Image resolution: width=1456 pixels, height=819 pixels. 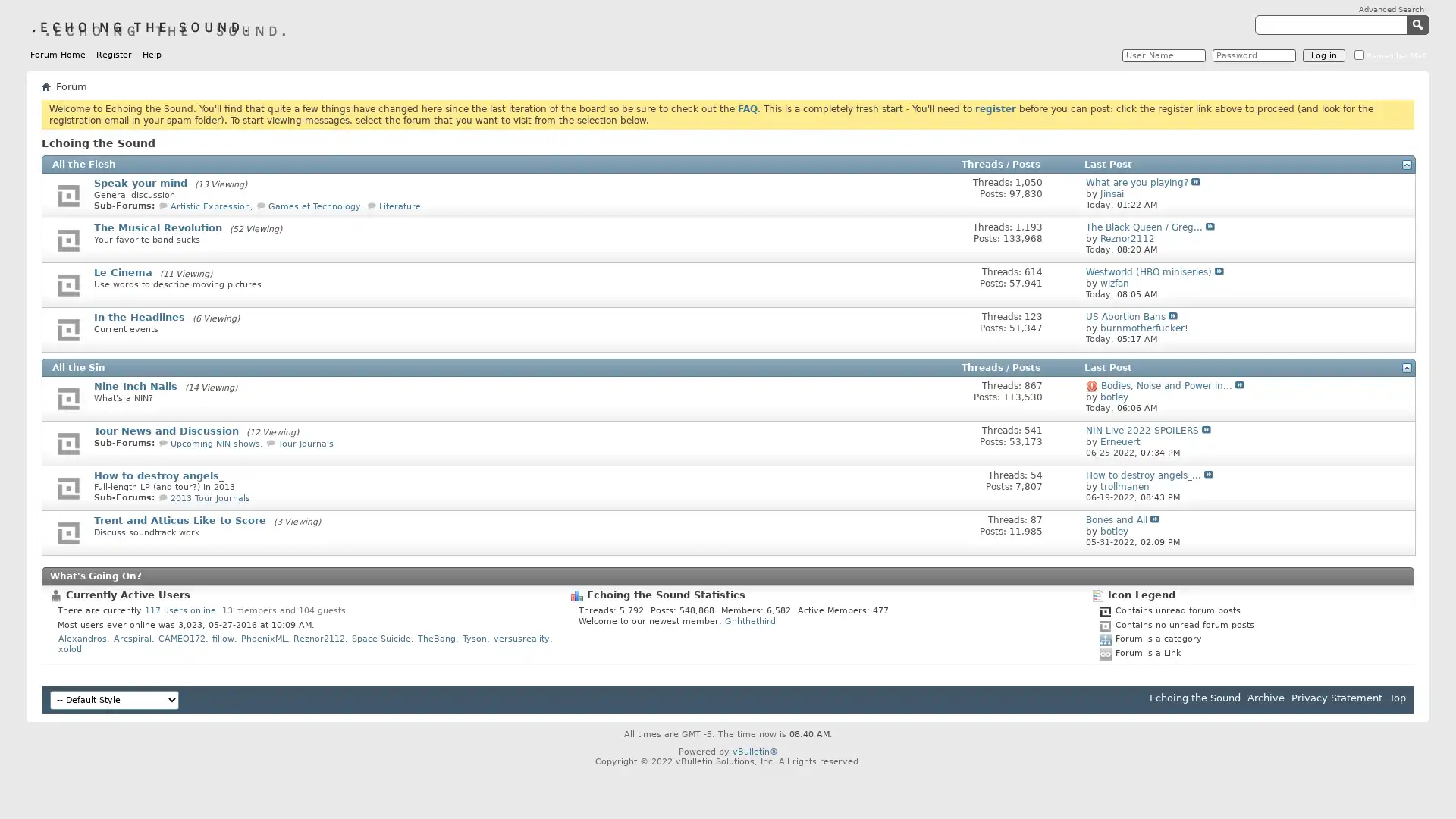 What do you see at coordinates (1323, 55) in the screenshot?
I see `Log in` at bounding box center [1323, 55].